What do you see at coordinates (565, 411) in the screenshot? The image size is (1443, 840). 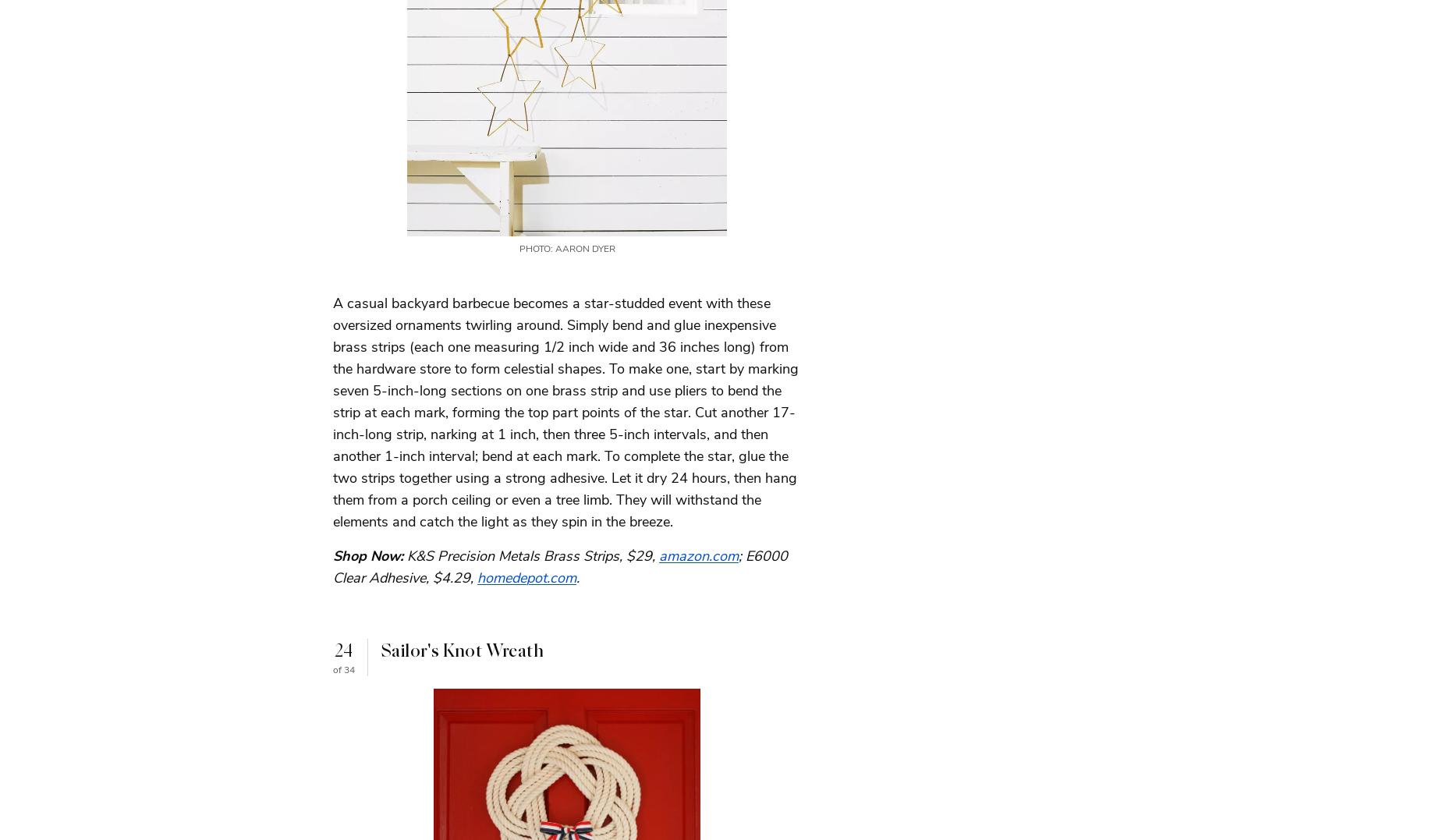 I see `'A casual backyard barbecue becomes a star-studded event with these oversized ornaments twirling around. Simply bend and glue inexpensive brass strips (each one measuring 1/2 inch wide and 36 inches long) from the hardware store to form celestial shapes. To make one, start by marking seven 5-inch-long sections on one brass strip and use pliers to bend the strip at each mark, forming the top part points of the star. Cut another 17-inch-long strip, narking at 1 inch, then three 5-inch intervals, and then another 1-inch interval; bend at each mark. To complete the star, glue the two strips together using a strong adhesive. Let it dry 24 hours, then hang them from a porch ceiling or even a tree limb. They will withstand the elements and catch the light as they spin in the breeze.'` at bounding box center [565, 411].